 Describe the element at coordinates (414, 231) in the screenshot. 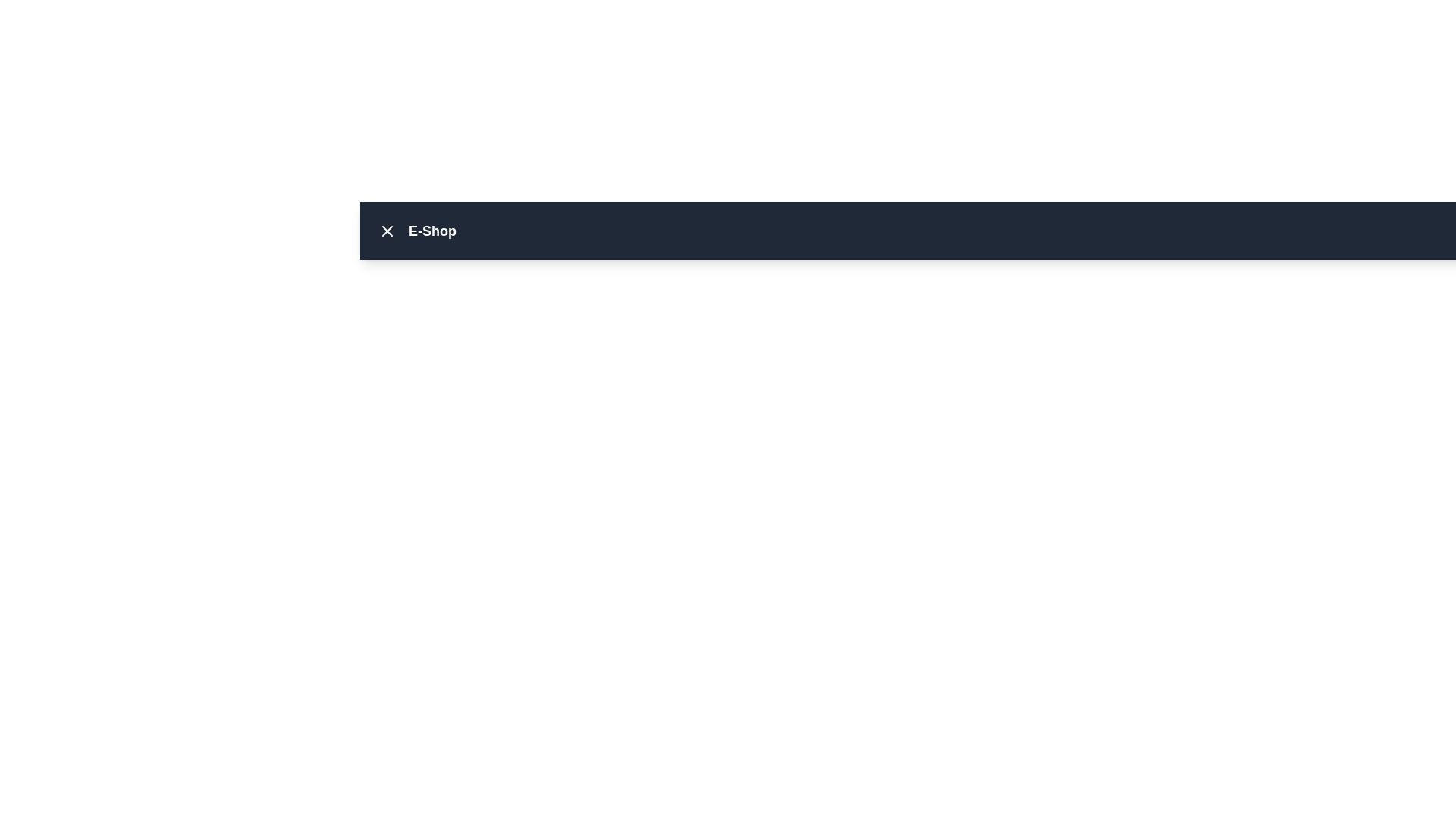

I see `the static text label located at the top-left section of the interface, which serves as the title or identifier for the application, adjacent to the 'X' icon` at that location.